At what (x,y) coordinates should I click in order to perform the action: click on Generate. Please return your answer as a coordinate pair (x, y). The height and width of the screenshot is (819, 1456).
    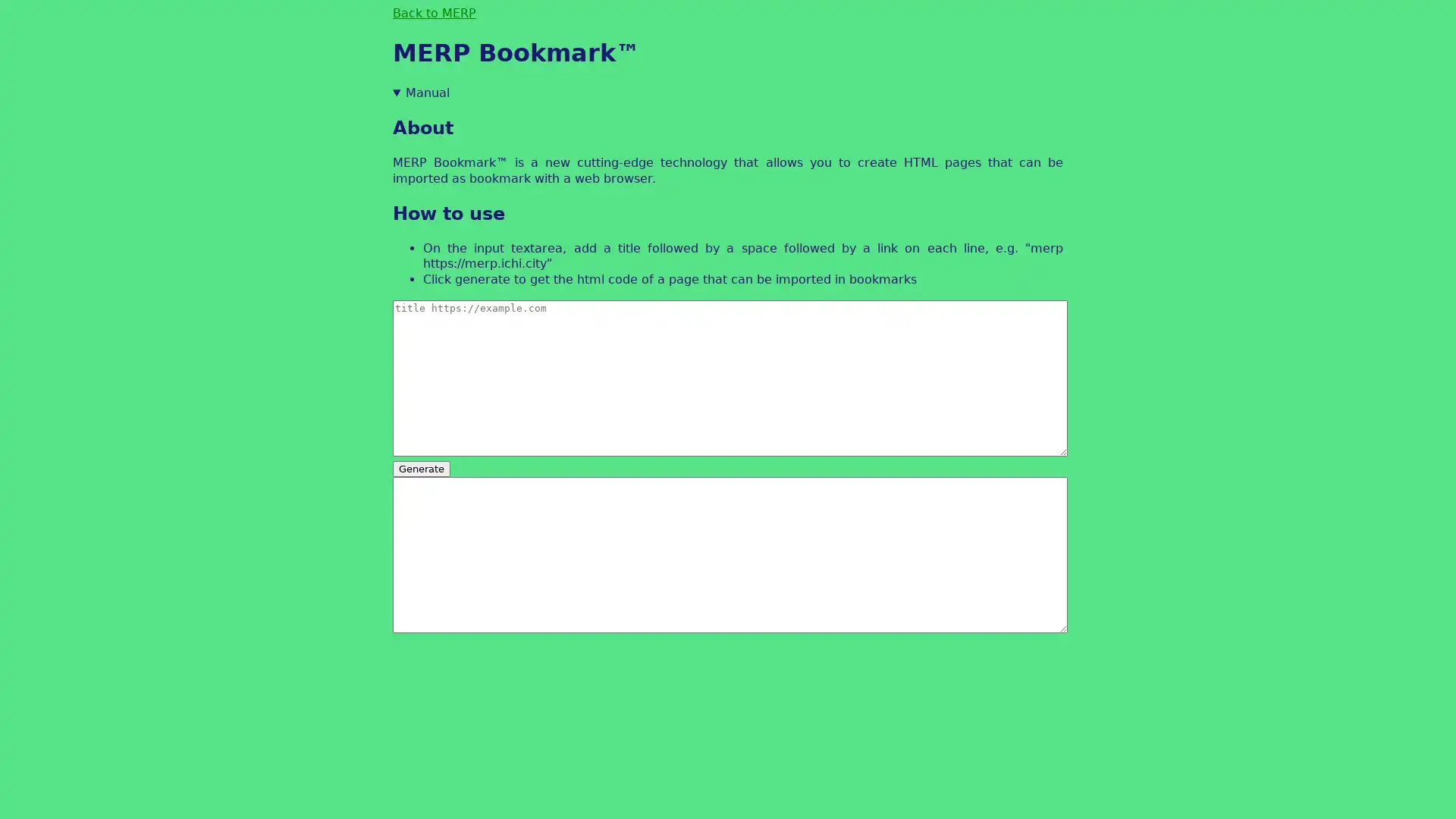
    Looking at the image, I should click on (422, 467).